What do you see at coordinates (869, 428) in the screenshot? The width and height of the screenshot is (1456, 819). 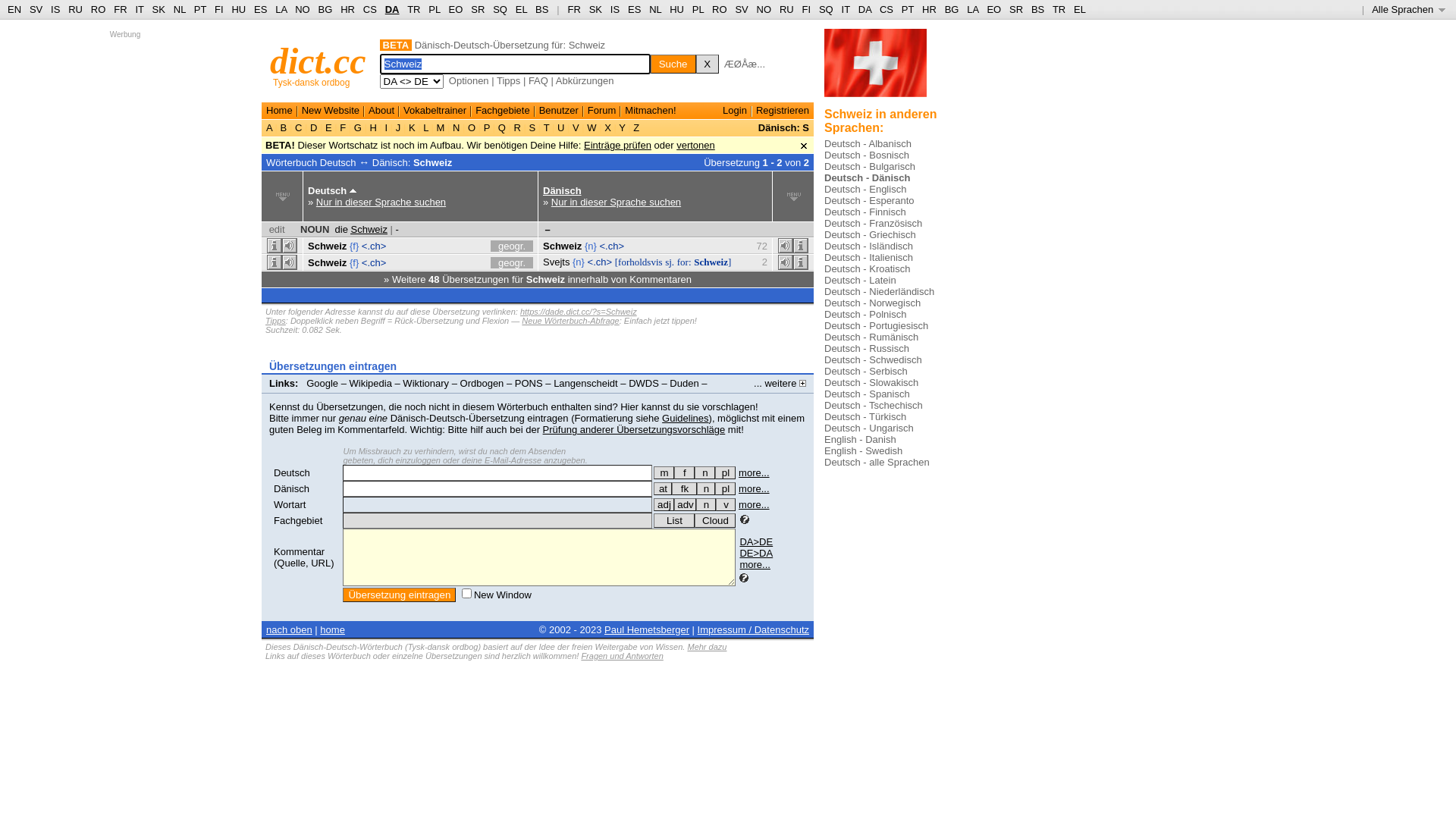 I see `'Deutsch - Ungarisch'` at bounding box center [869, 428].